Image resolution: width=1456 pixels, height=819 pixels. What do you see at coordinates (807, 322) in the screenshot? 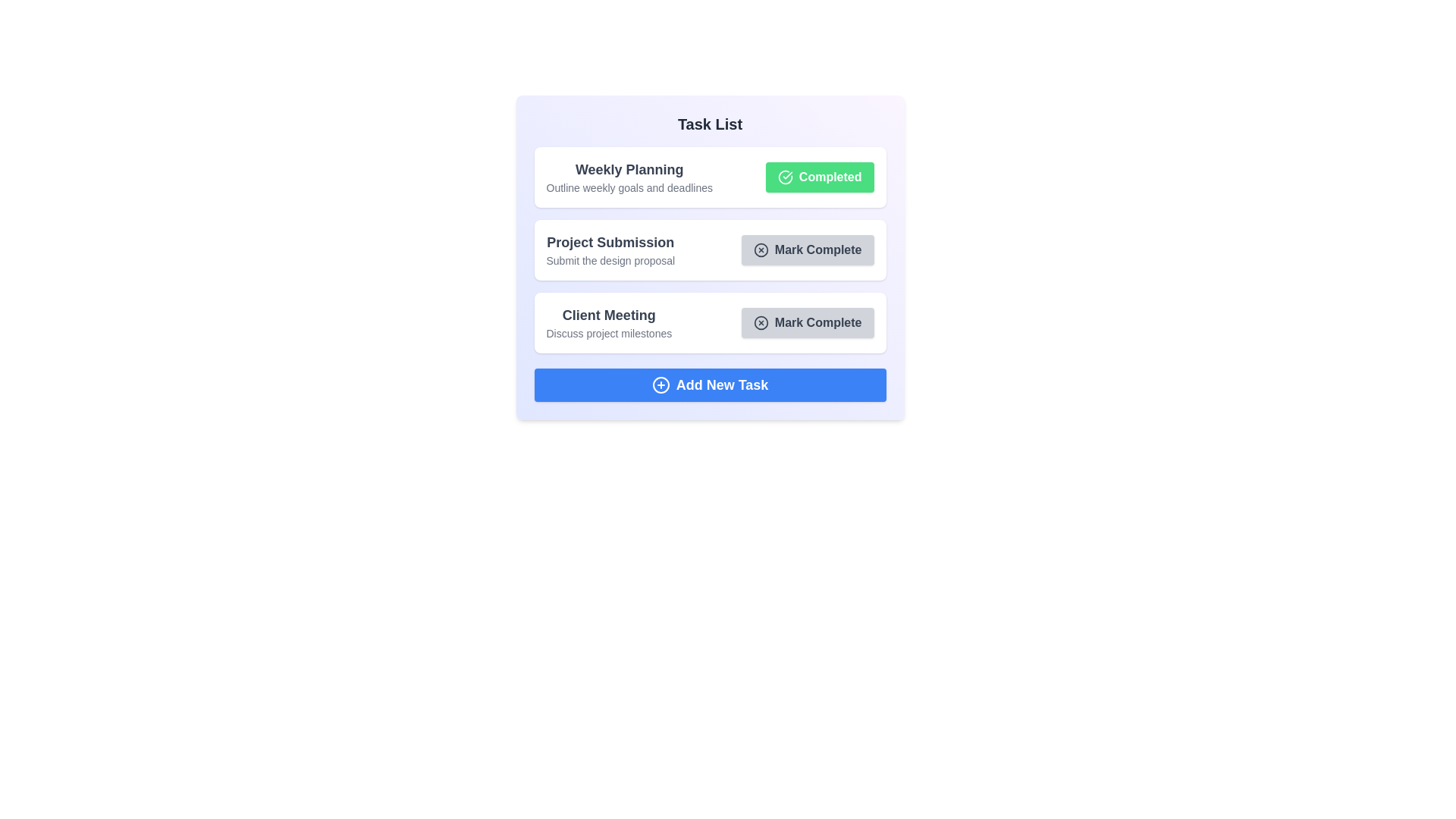
I see `'Mark Complete' button for the third task` at bounding box center [807, 322].